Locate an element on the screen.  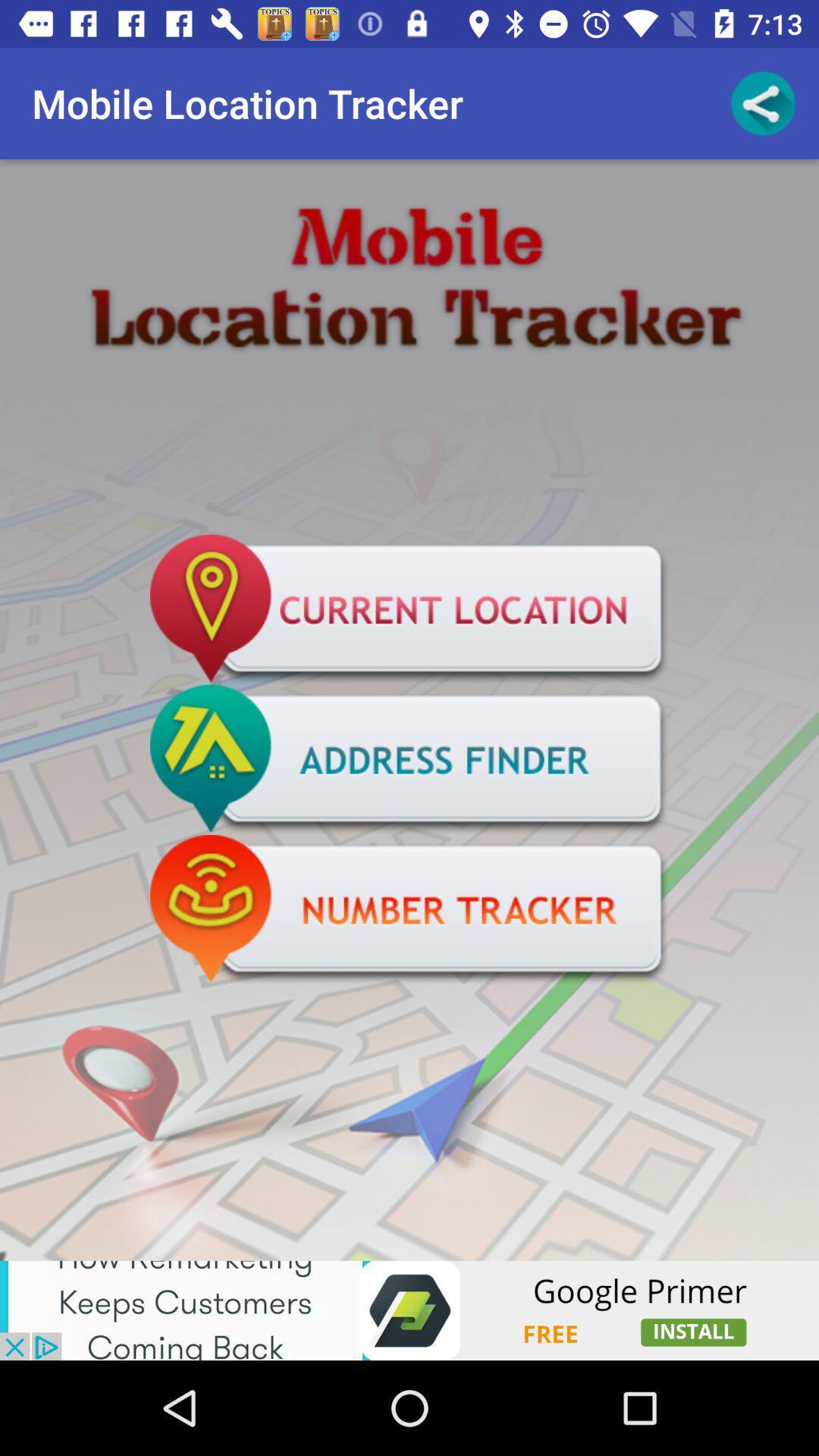
navigate to advertisement site is located at coordinates (409, 1310).